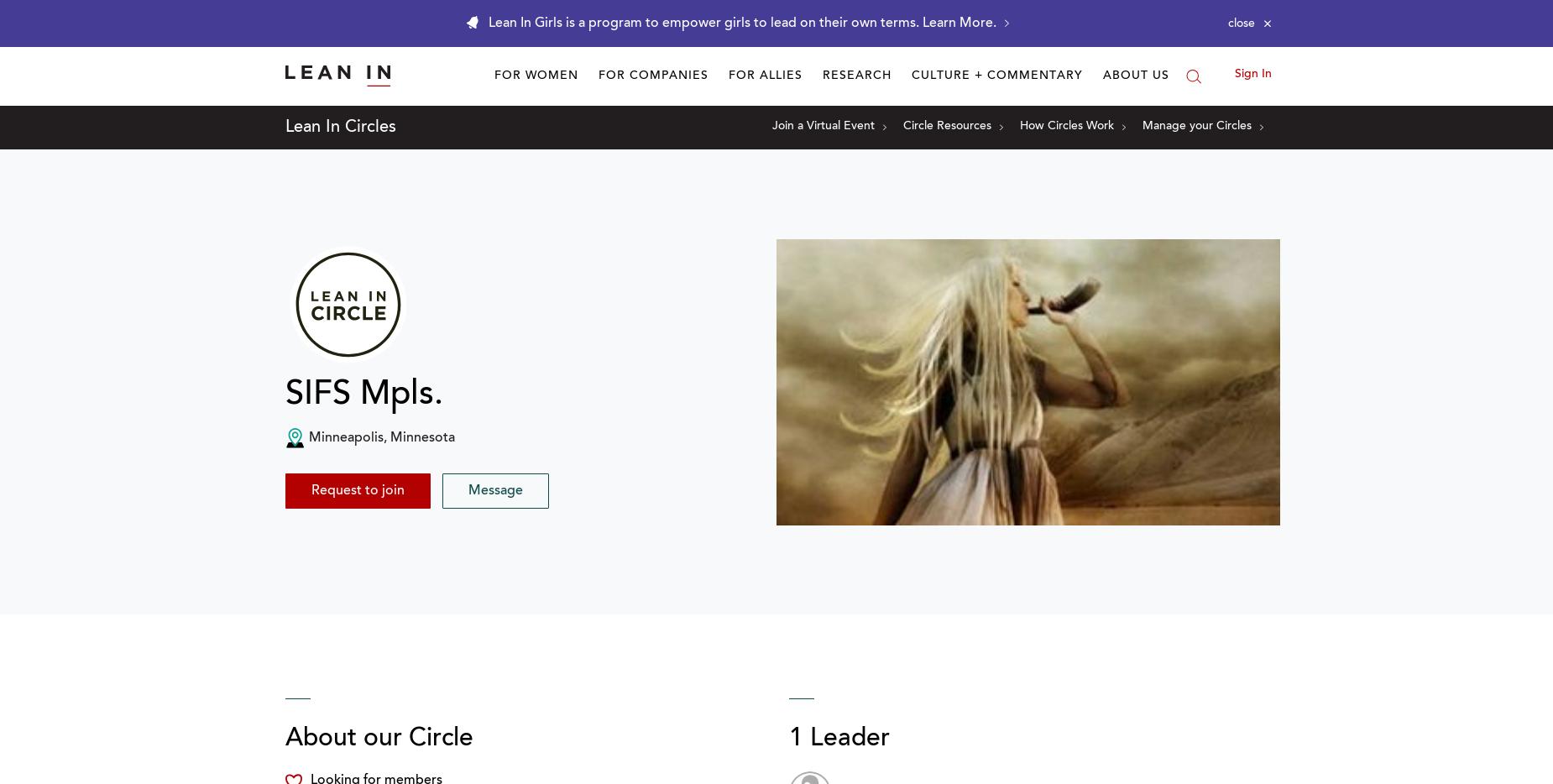 The image size is (1553, 784). Describe the element at coordinates (996, 76) in the screenshot. I see `'Culture + Commentary'` at that location.